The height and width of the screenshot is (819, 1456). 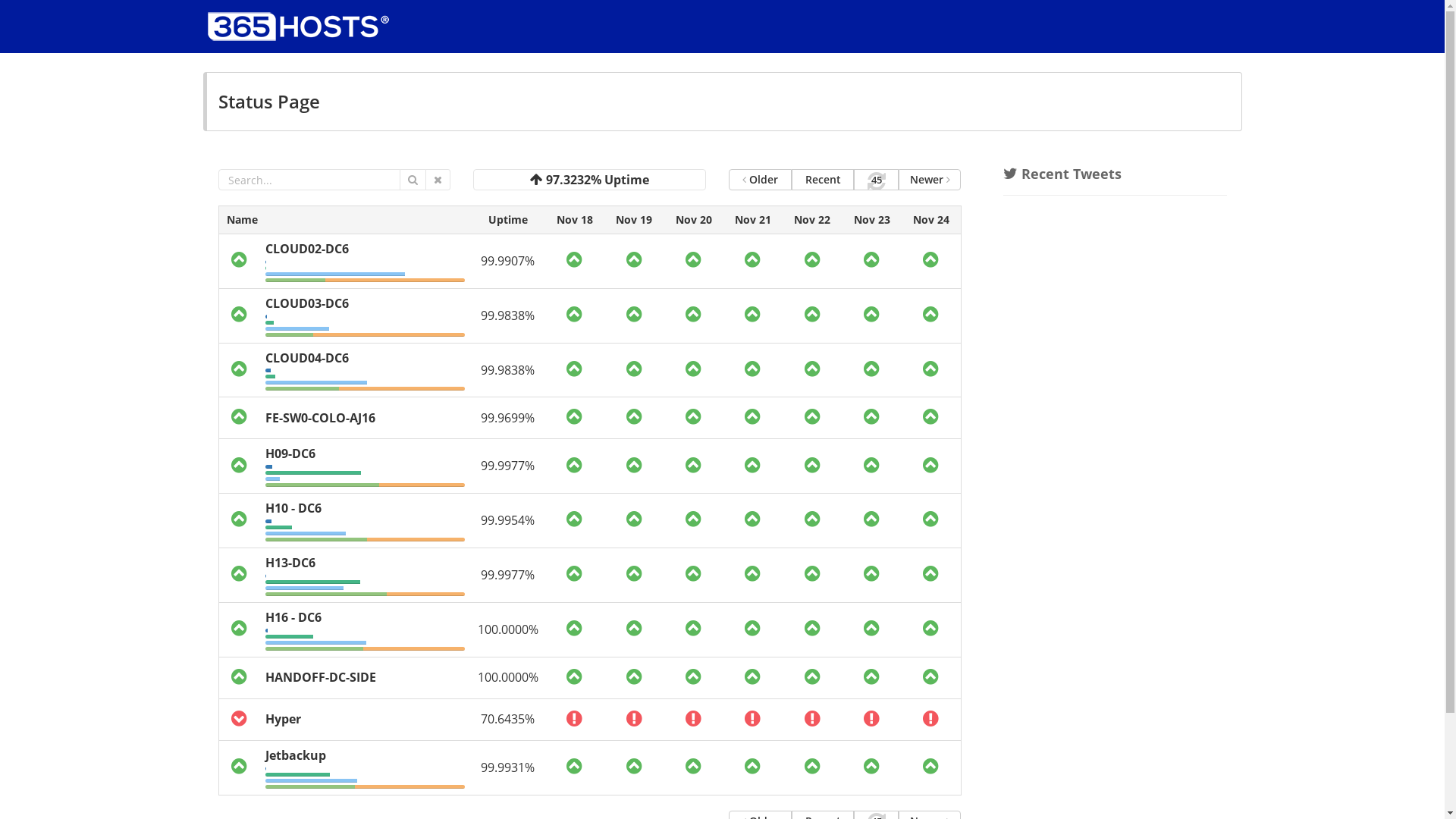 What do you see at coordinates (306, 303) in the screenshot?
I see `'CLOUD03-DC6'` at bounding box center [306, 303].